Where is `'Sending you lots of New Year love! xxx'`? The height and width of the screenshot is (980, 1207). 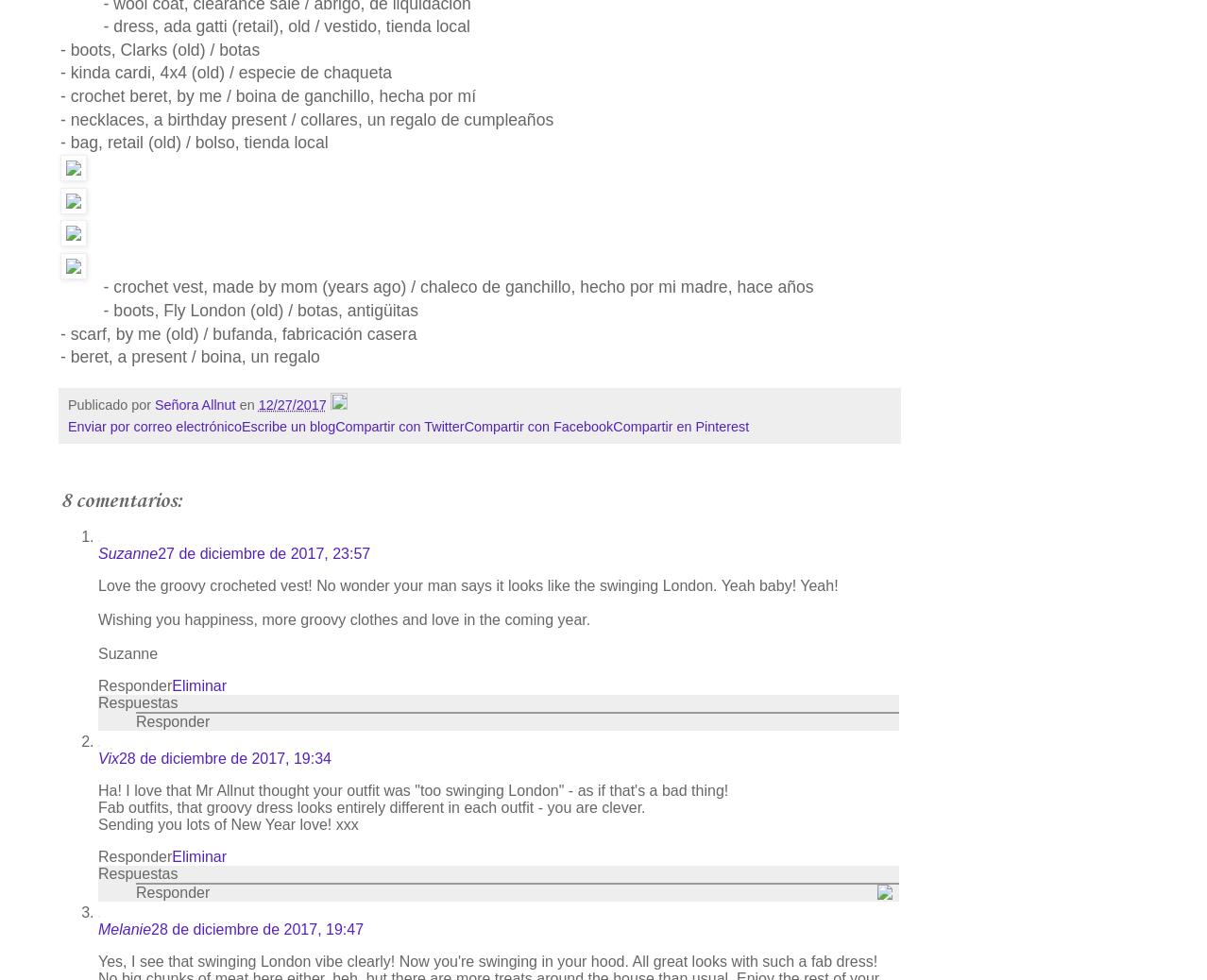
'Sending you lots of New Year love! xxx' is located at coordinates (97, 824).